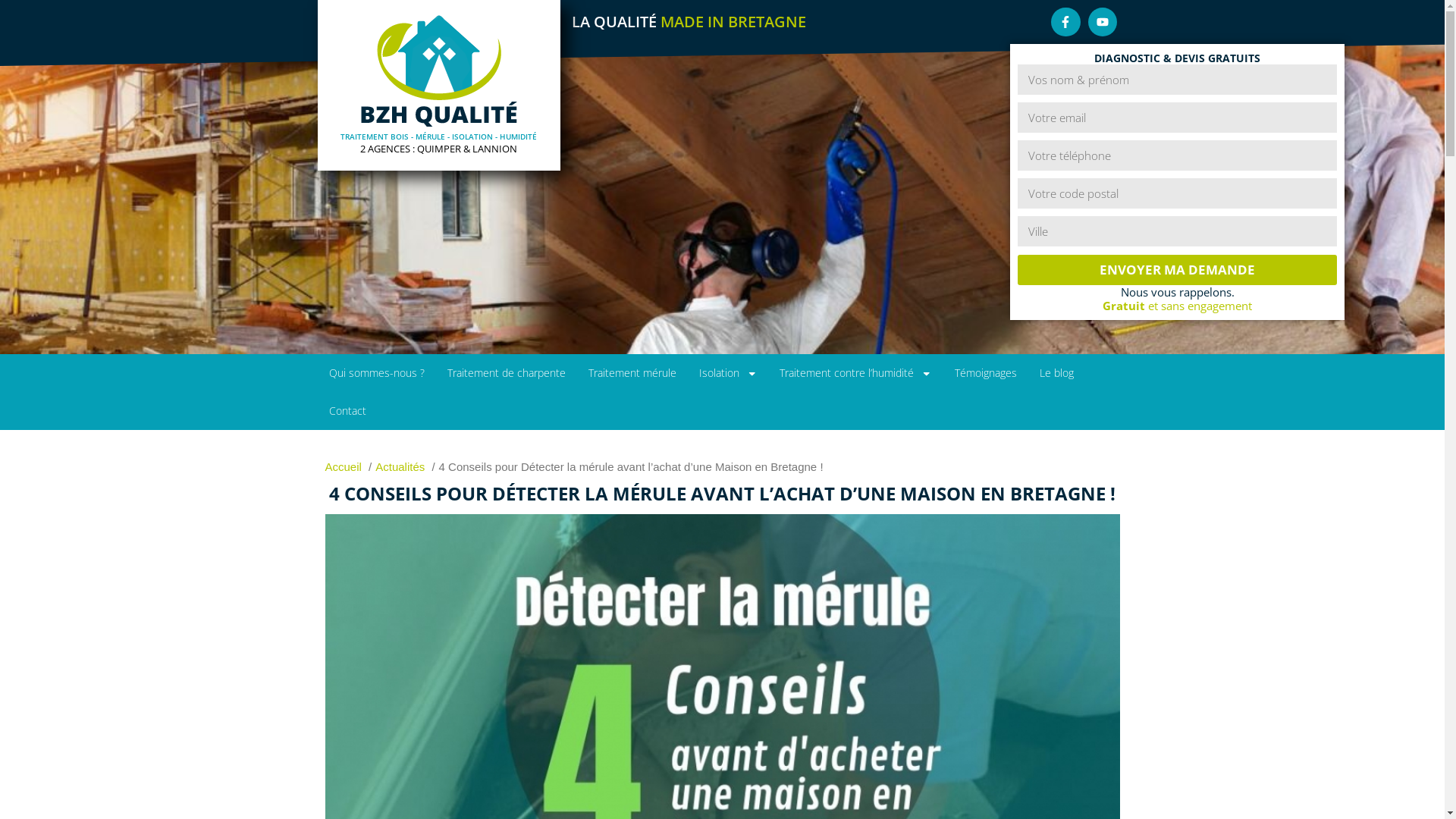 The image size is (1456, 819). Describe the element at coordinates (1056, 373) in the screenshot. I see `'Le blog'` at that location.